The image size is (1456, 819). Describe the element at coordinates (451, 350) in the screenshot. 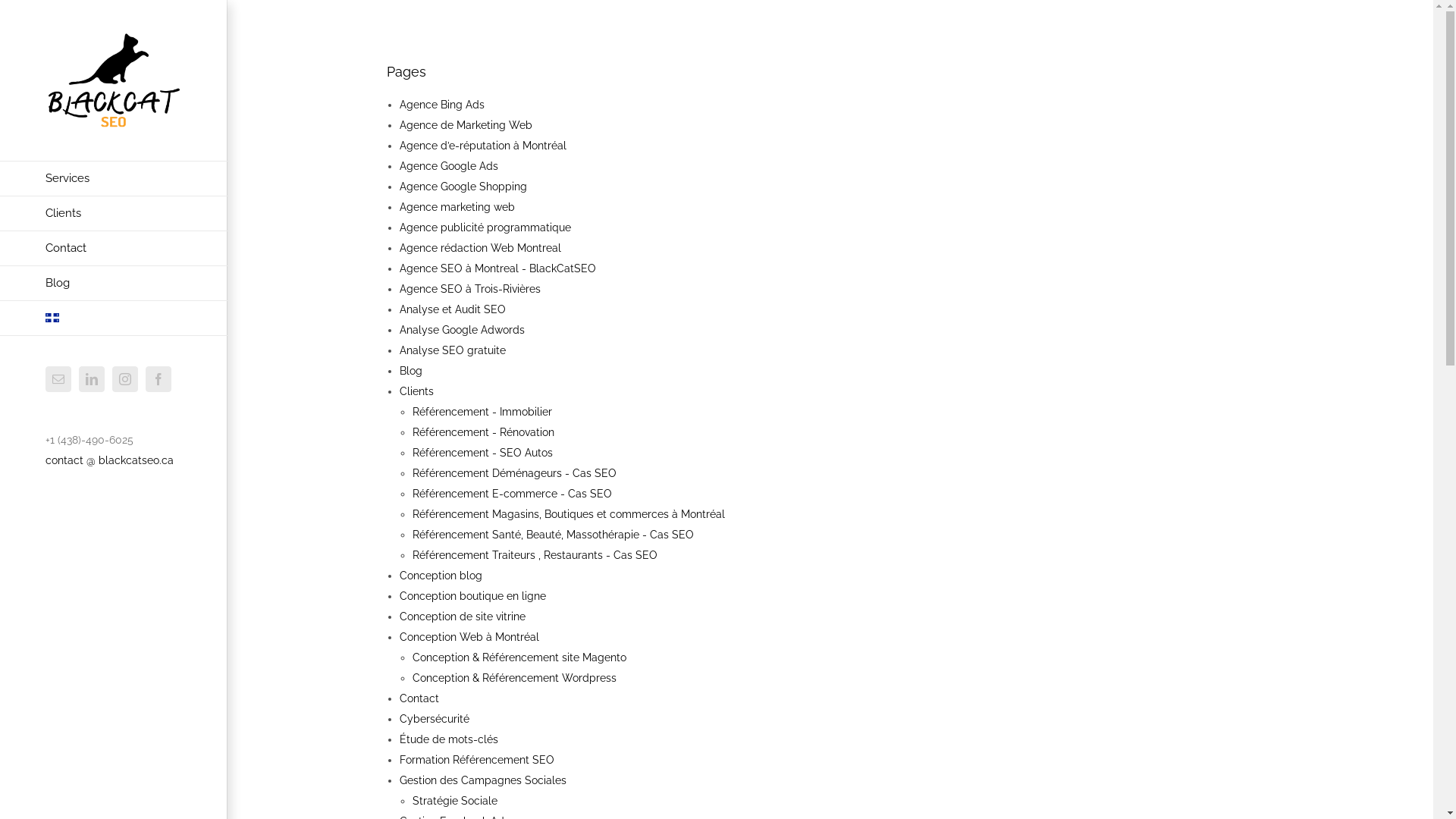

I see `'Analyse SEO gratuite'` at that location.